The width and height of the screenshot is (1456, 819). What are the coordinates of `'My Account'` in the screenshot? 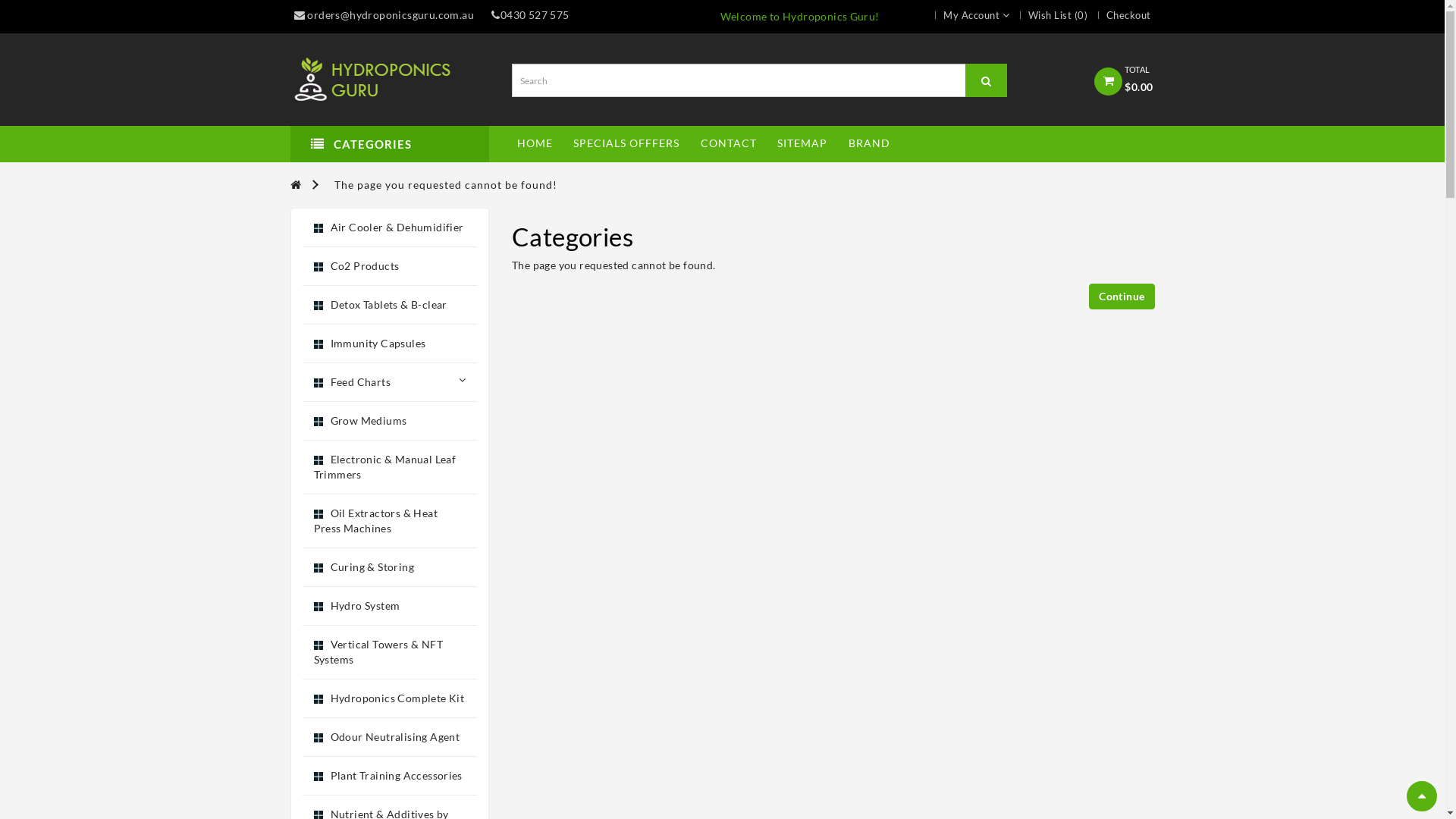 It's located at (927, 14).